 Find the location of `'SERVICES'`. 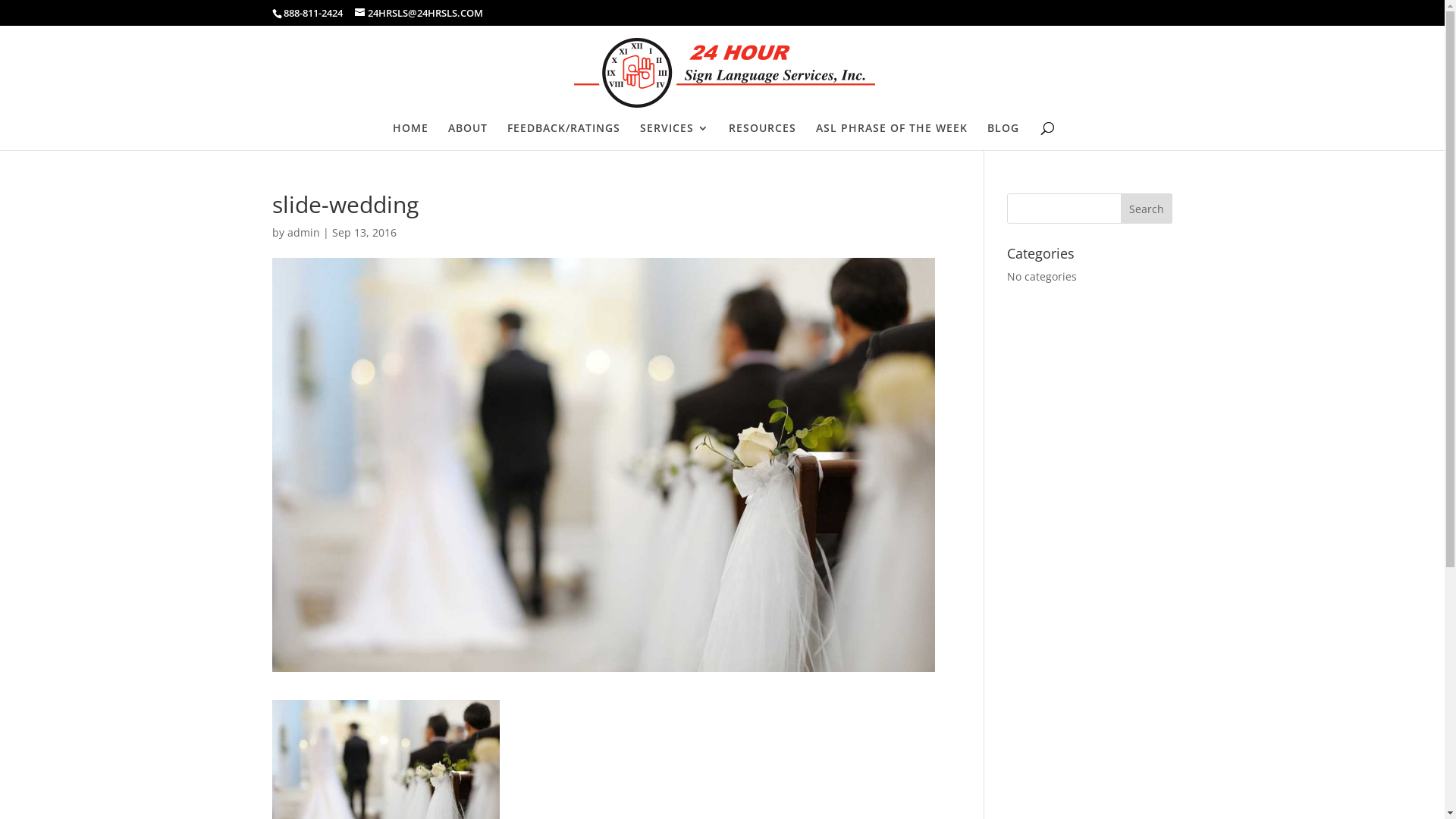

'SERVICES' is located at coordinates (640, 136).